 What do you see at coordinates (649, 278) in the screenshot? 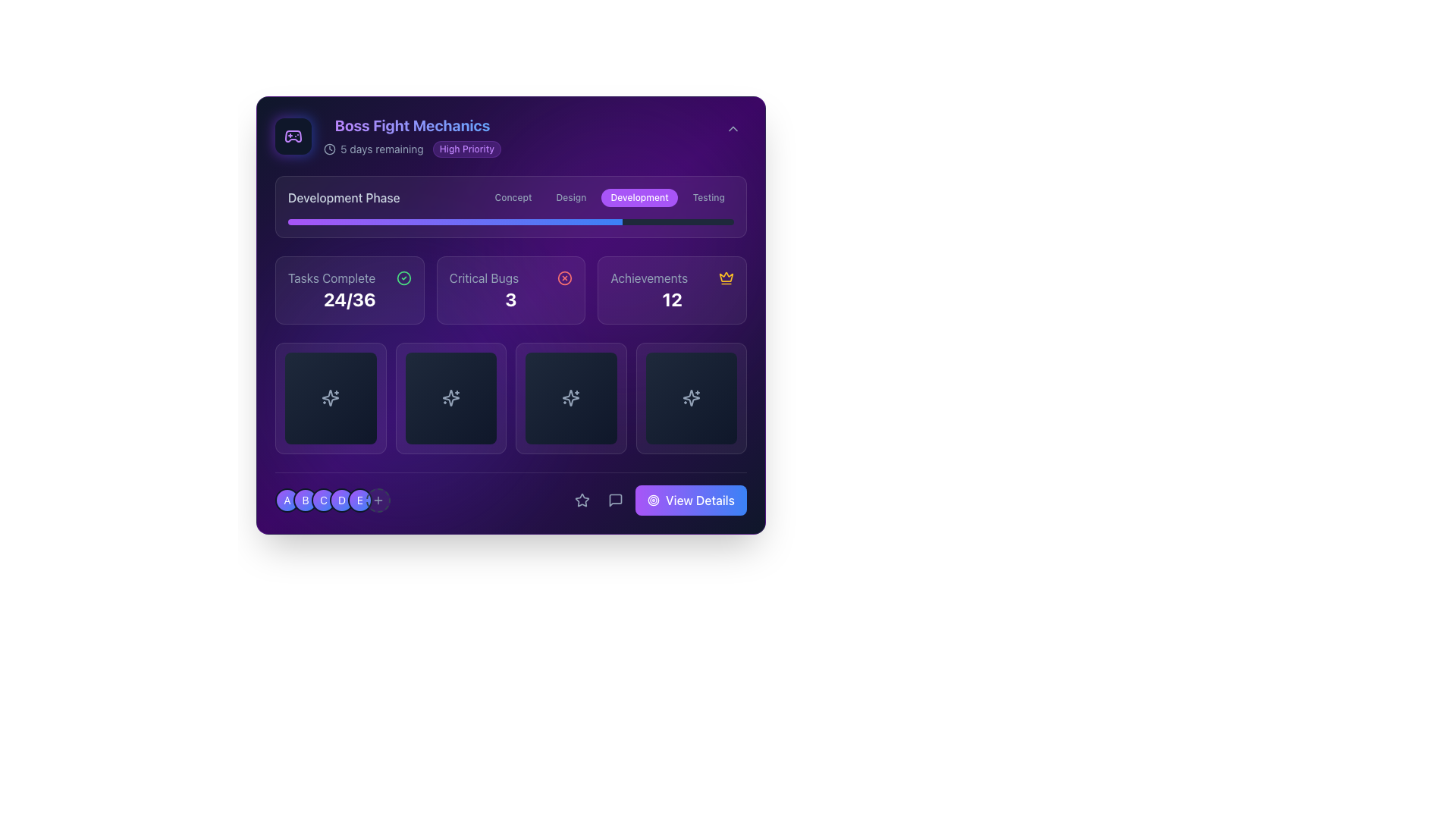
I see `the static text label displaying 'Achievements' in light gray on a dark purple background, located next to the number '12' and a crown icon` at bounding box center [649, 278].